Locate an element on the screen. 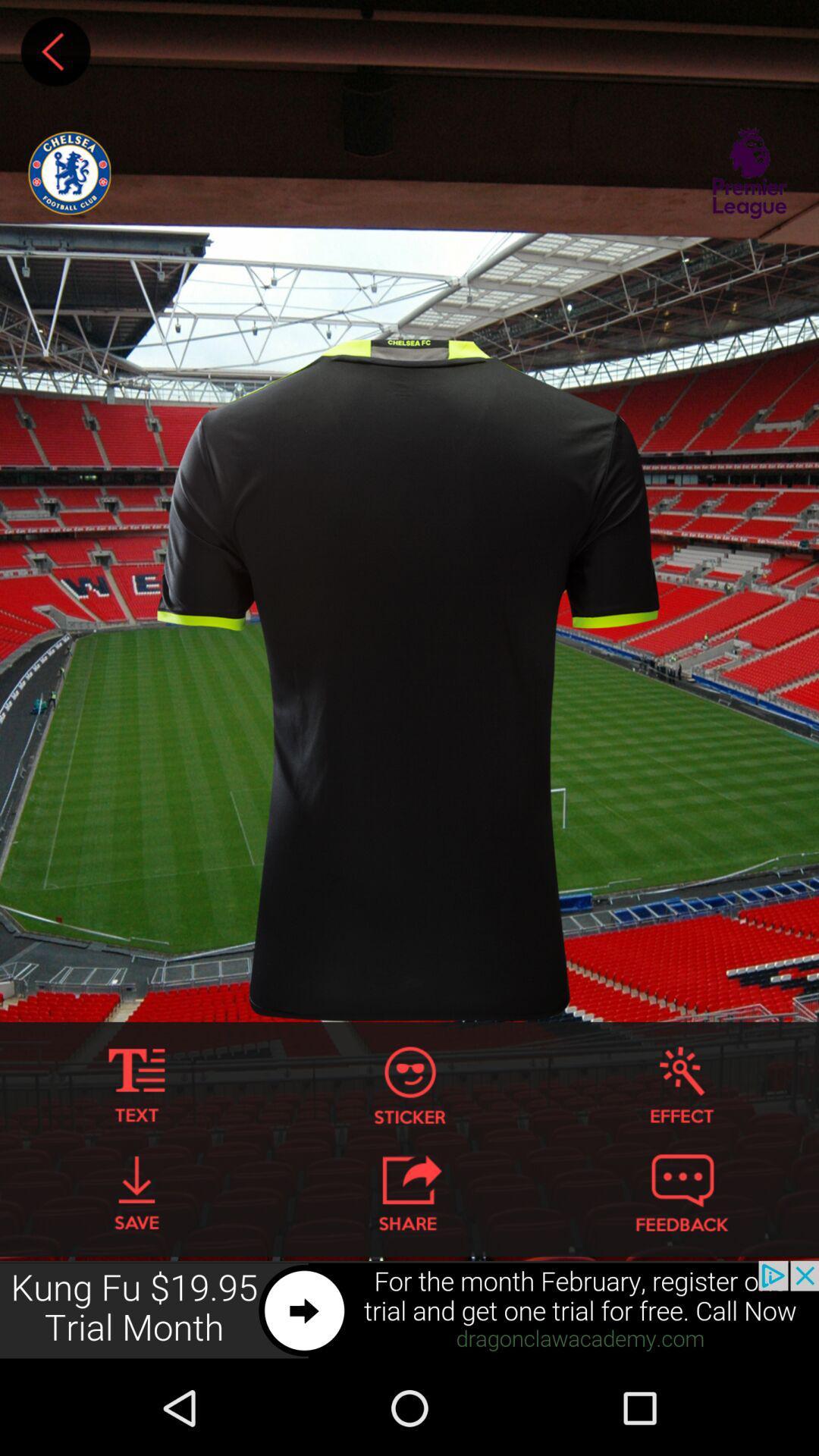 Image resolution: width=819 pixels, height=1456 pixels. the more icon is located at coordinates (136, 1161).